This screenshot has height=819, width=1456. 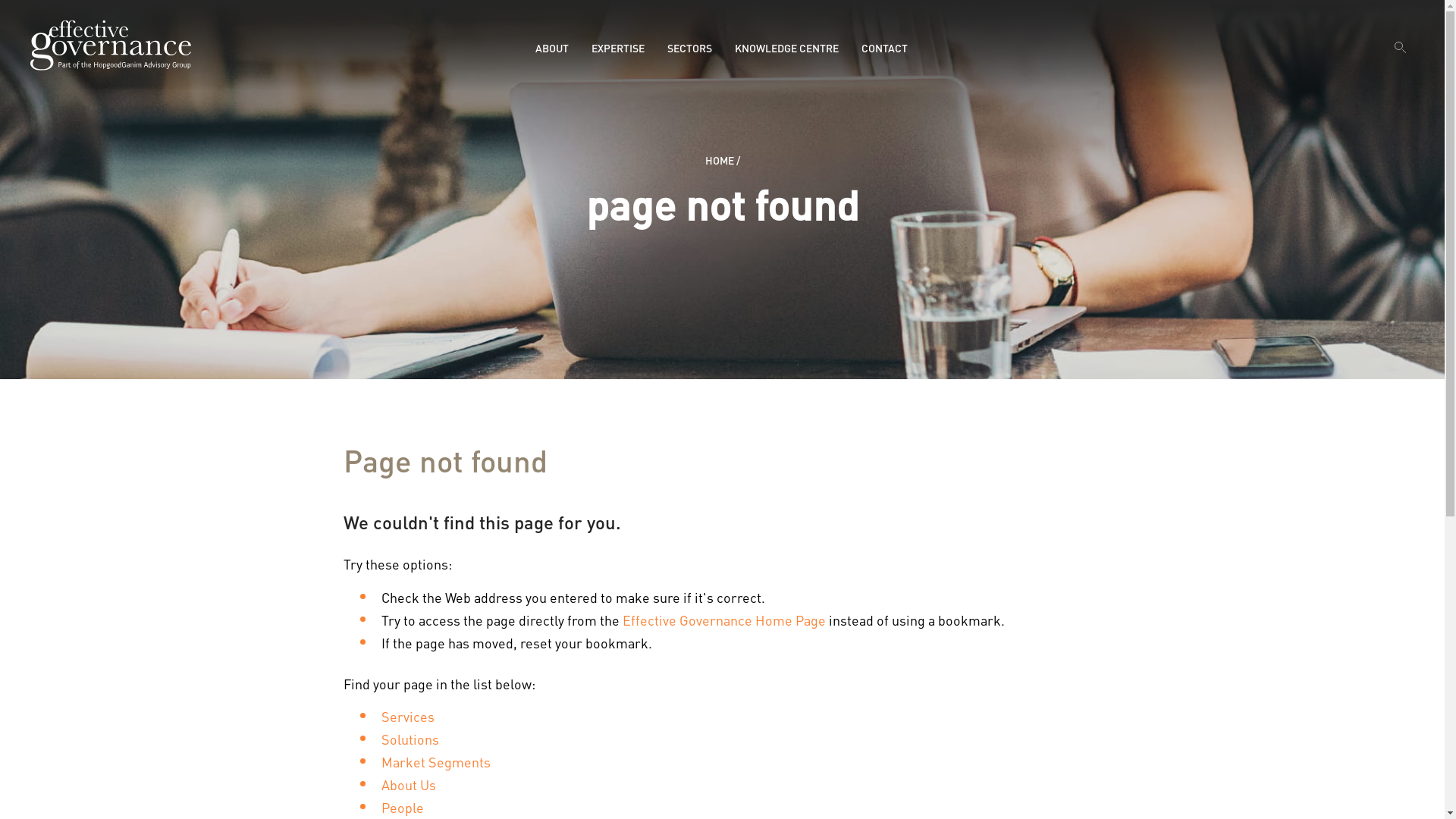 What do you see at coordinates (689, 46) in the screenshot?
I see `'SECTORS'` at bounding box center [689, 46].